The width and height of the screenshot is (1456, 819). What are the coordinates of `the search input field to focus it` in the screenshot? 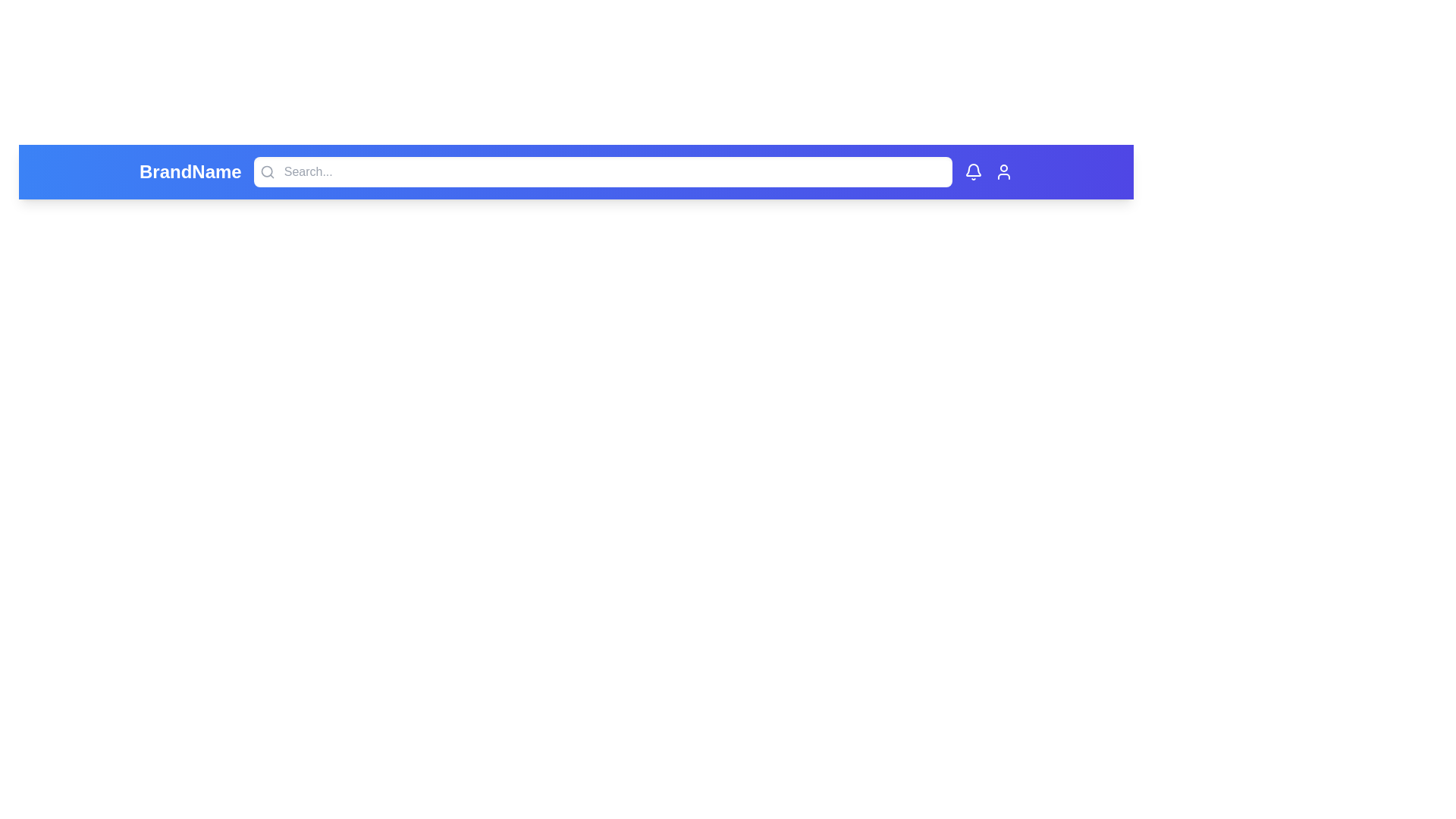 It's located at (602, 171).